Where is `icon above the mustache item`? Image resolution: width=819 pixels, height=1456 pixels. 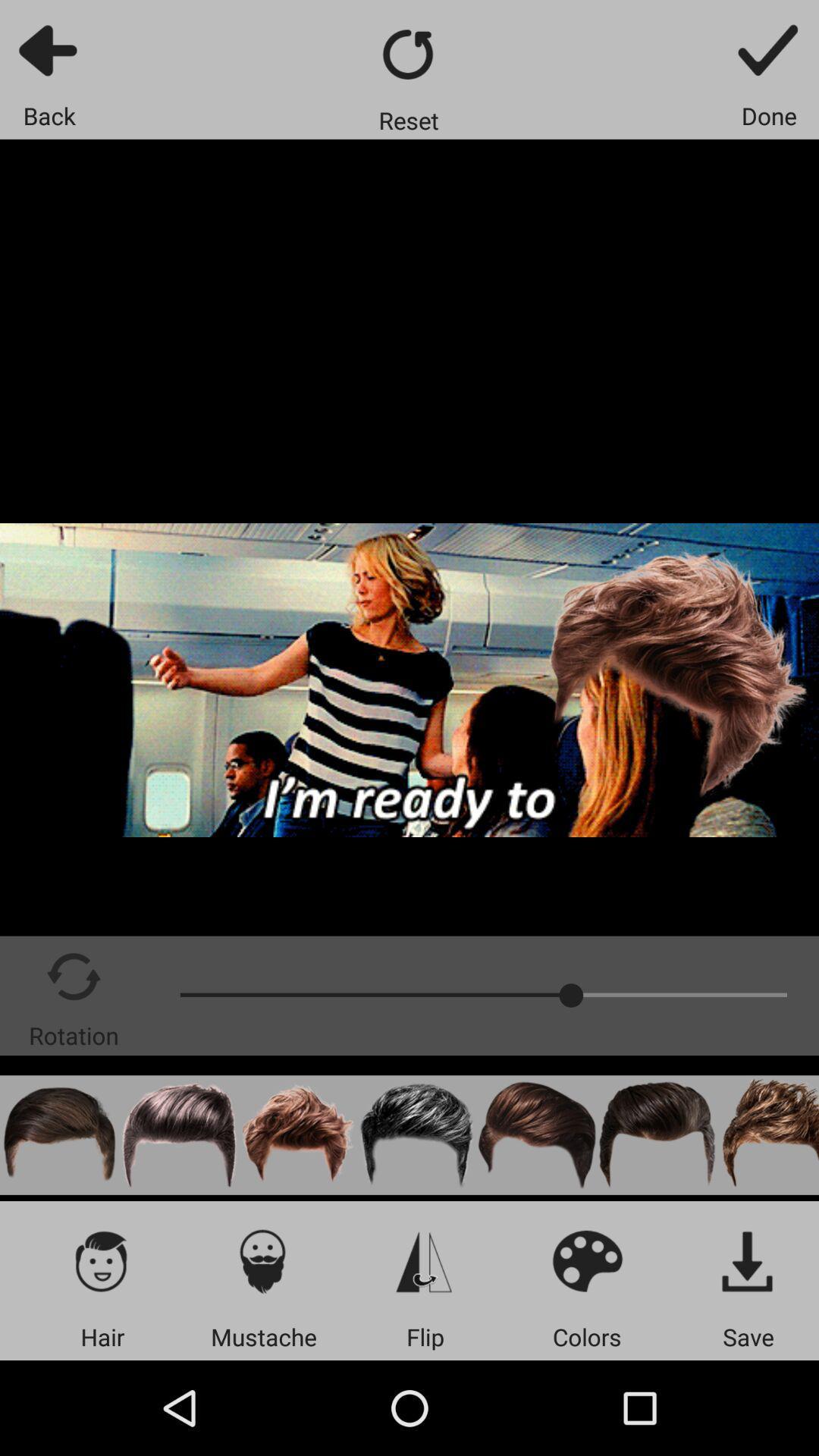 icon above the mustache item is located at coordinates (262, 1260).